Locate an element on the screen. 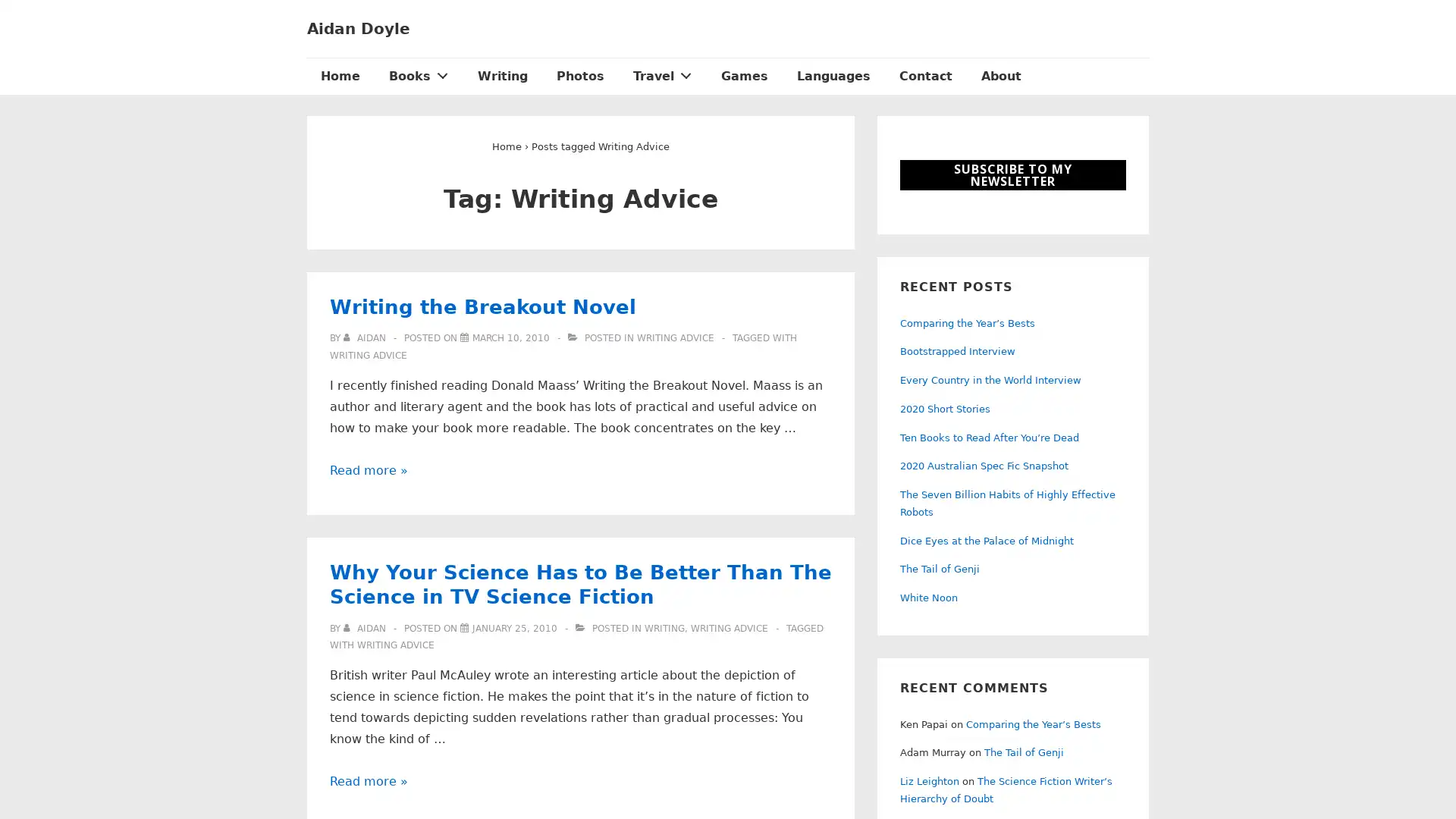 The image size is (1456, 819). SUBSCRIBE TO MY NEWSLETTER is located at coordinates (1012, 174).